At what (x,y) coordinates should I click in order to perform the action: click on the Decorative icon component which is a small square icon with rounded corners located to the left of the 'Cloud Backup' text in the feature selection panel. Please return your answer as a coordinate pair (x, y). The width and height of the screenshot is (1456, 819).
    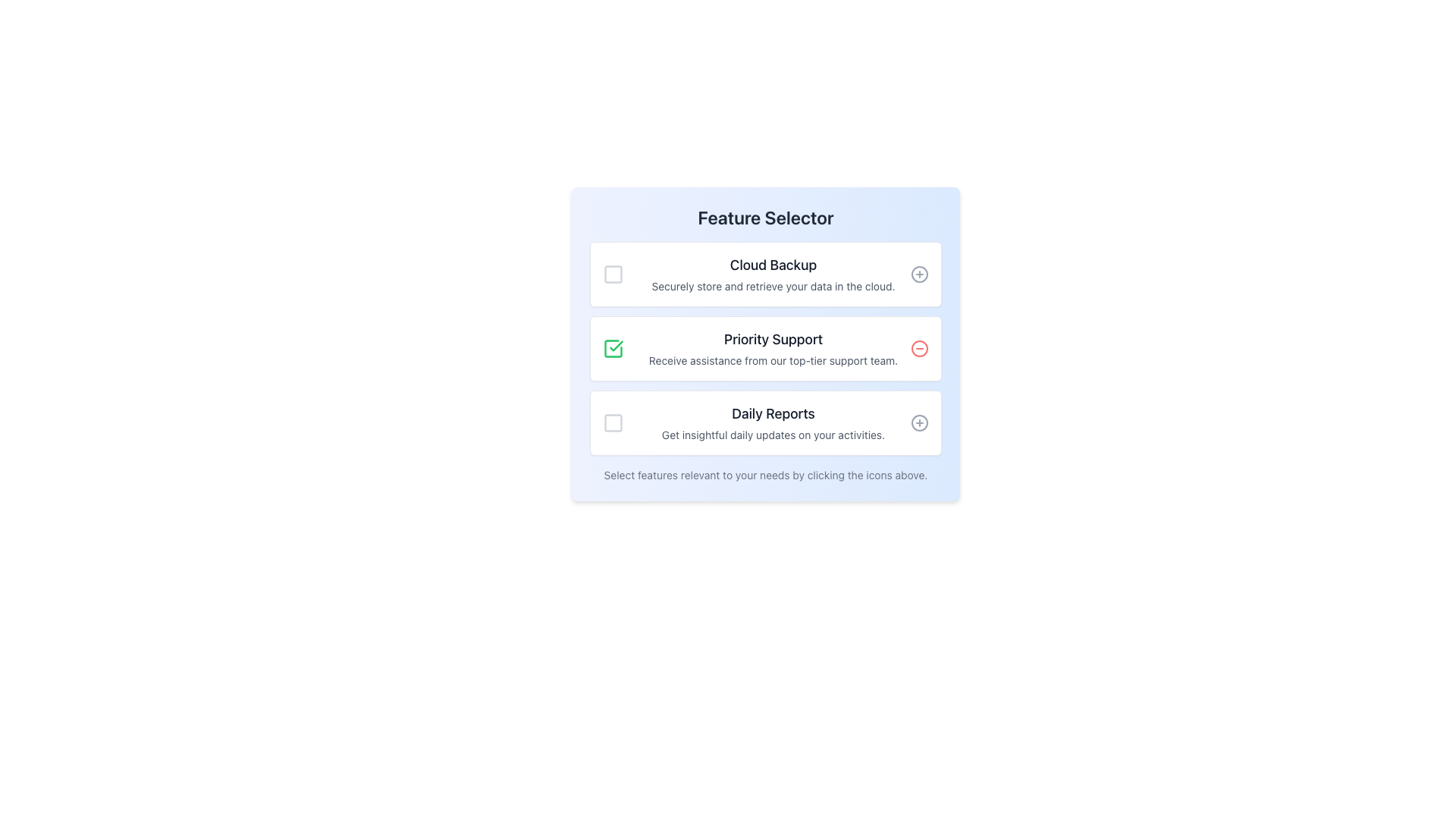
    Looking at the image, I should click on (613, 275).